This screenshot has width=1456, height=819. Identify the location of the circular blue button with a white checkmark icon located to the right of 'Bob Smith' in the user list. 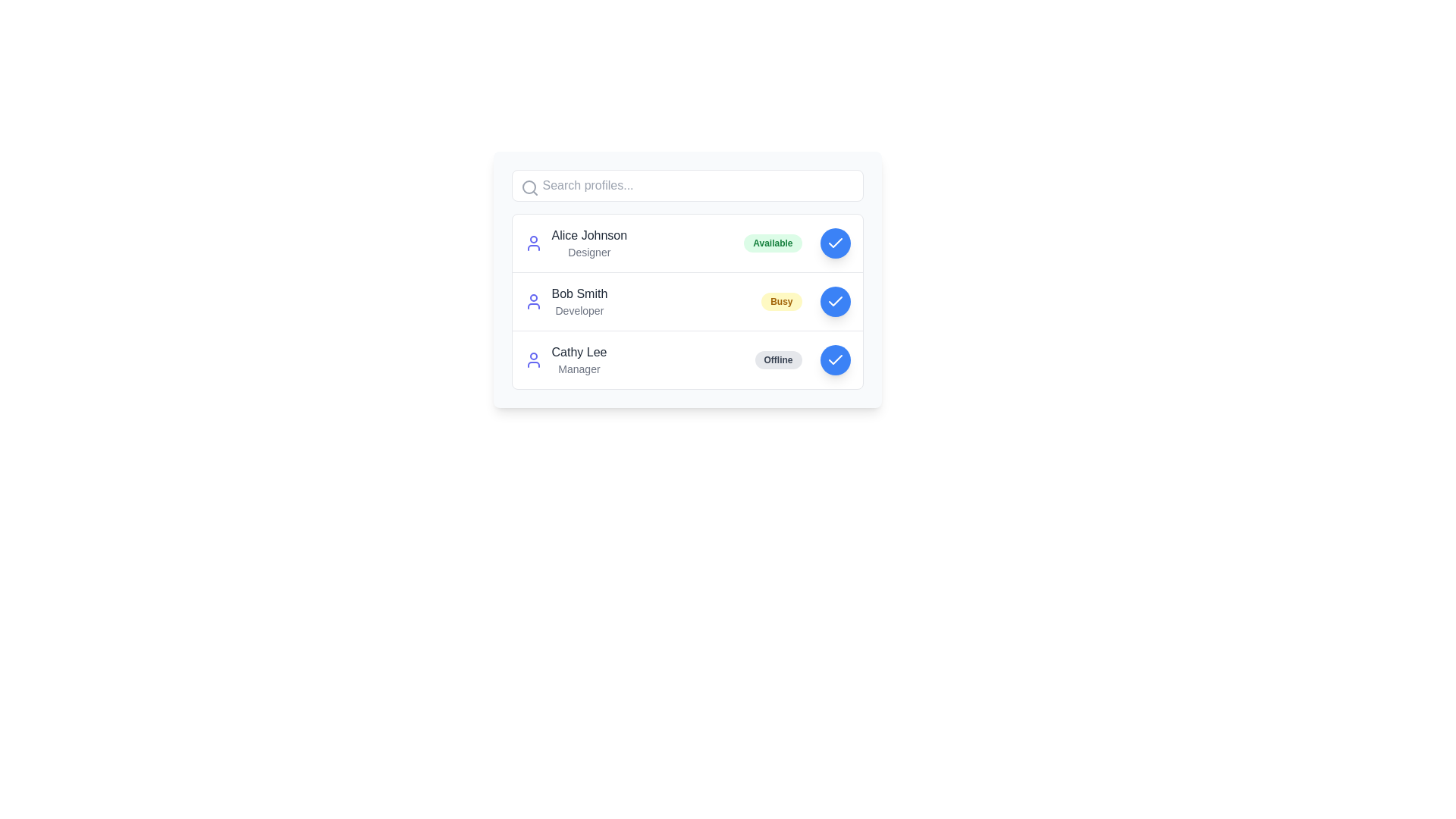
(834, 301).